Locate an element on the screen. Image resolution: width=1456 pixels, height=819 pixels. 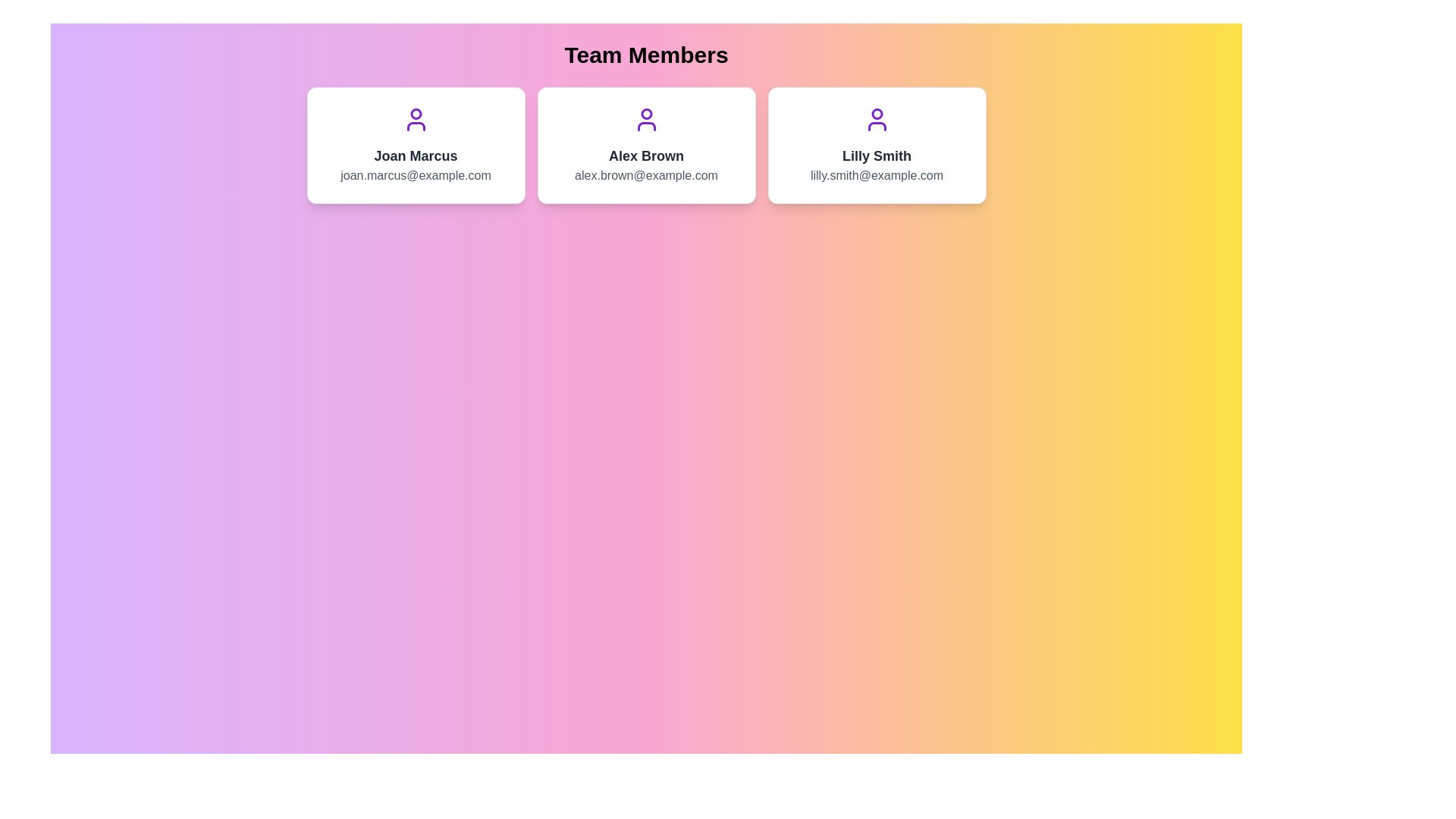
the distinct card that contains the name 'Alex Brown' and an email address, located in the second column of the grid layout is located at coordinates (646, 146).